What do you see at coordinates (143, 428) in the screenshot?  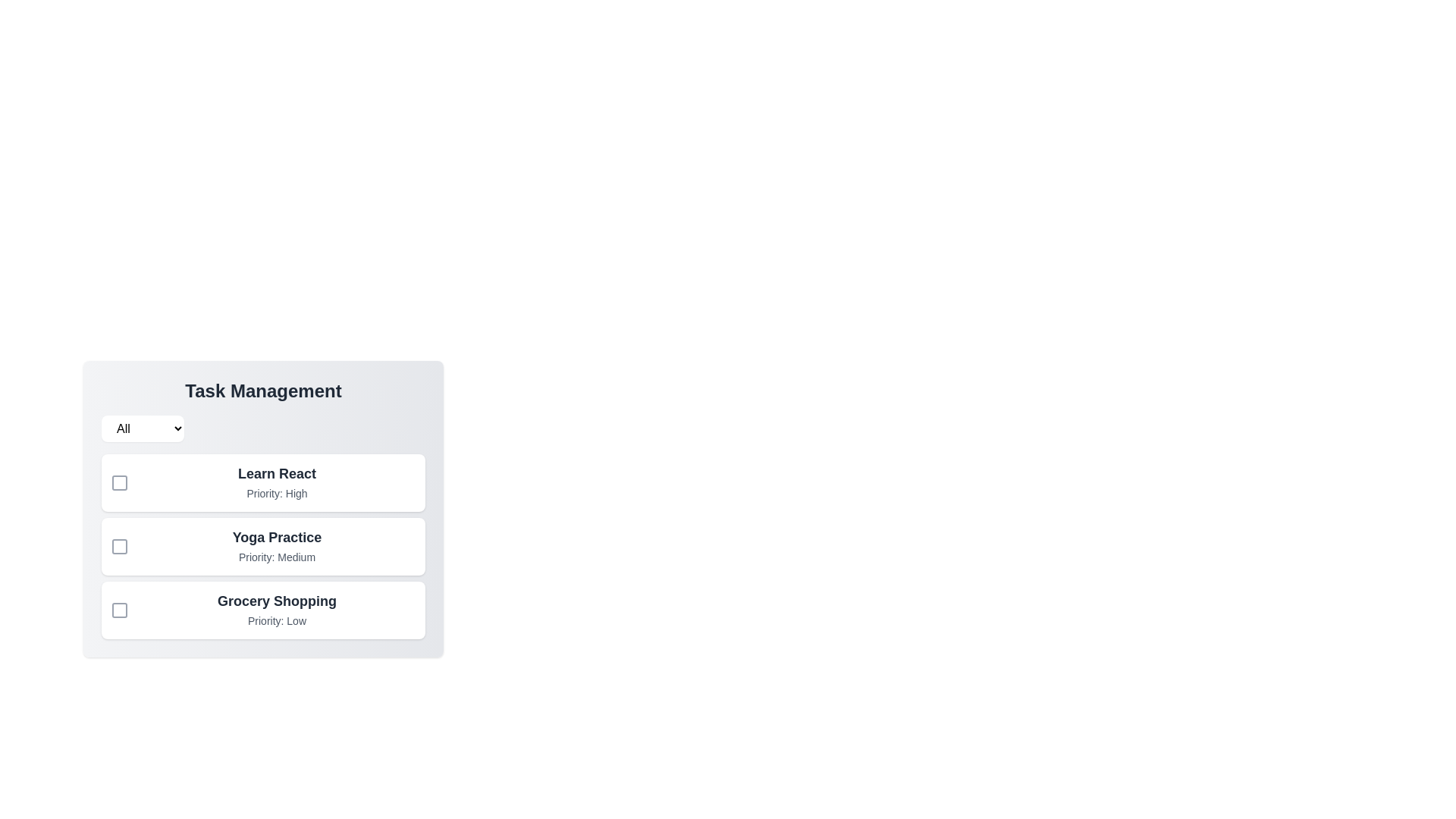 I see `the priority filter to All from the dropdown menu` at bounding box center [143, 428].